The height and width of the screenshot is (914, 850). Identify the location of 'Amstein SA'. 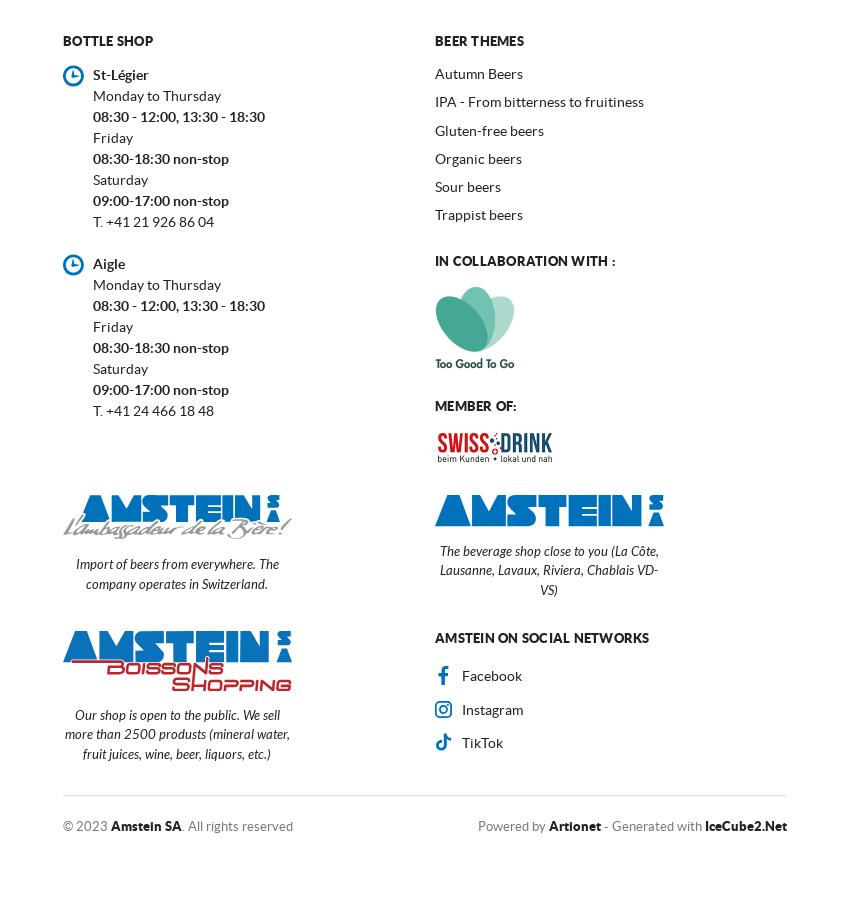
(110, 826).